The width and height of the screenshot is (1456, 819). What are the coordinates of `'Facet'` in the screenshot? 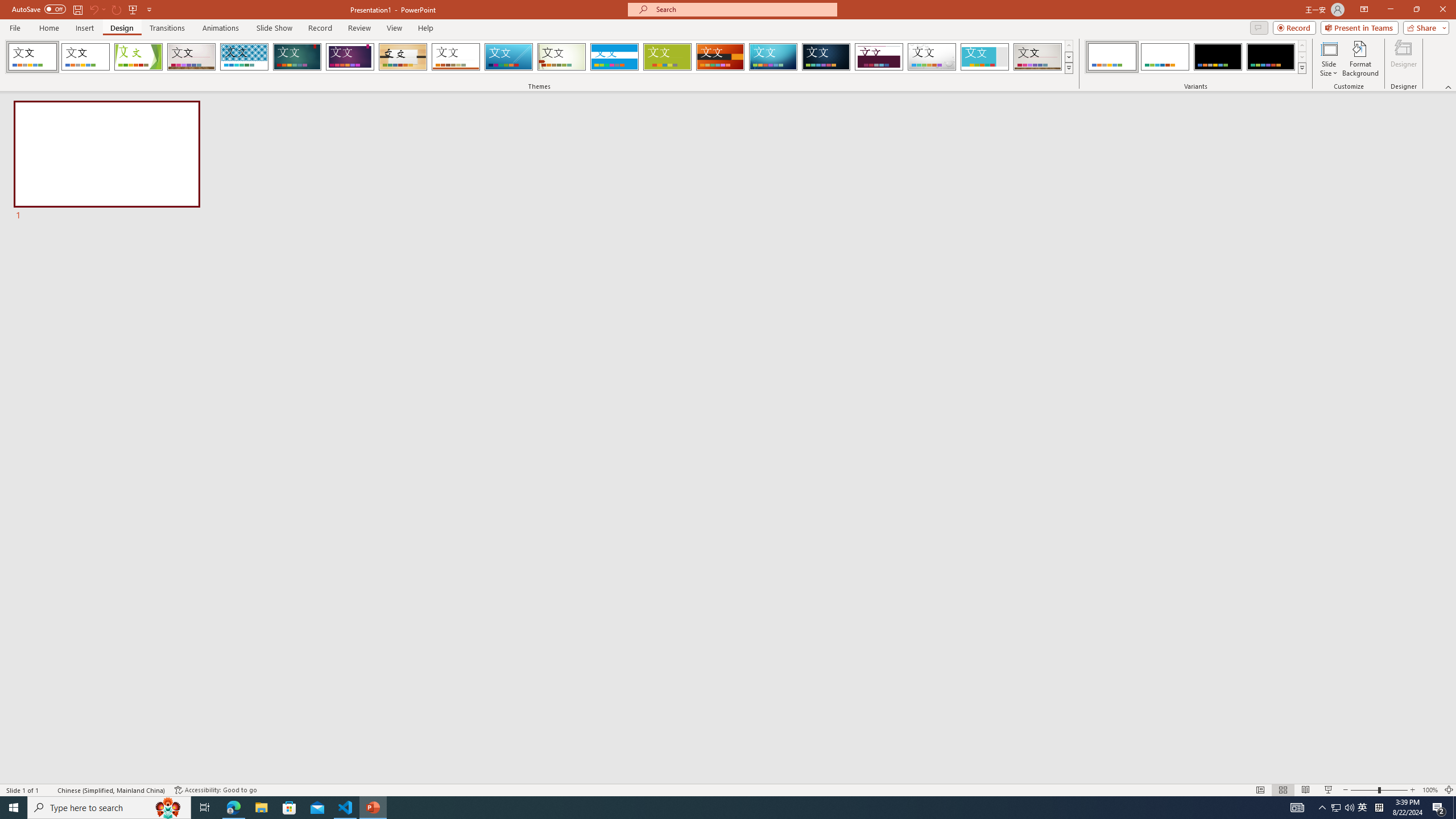 It's located at (138, 56).